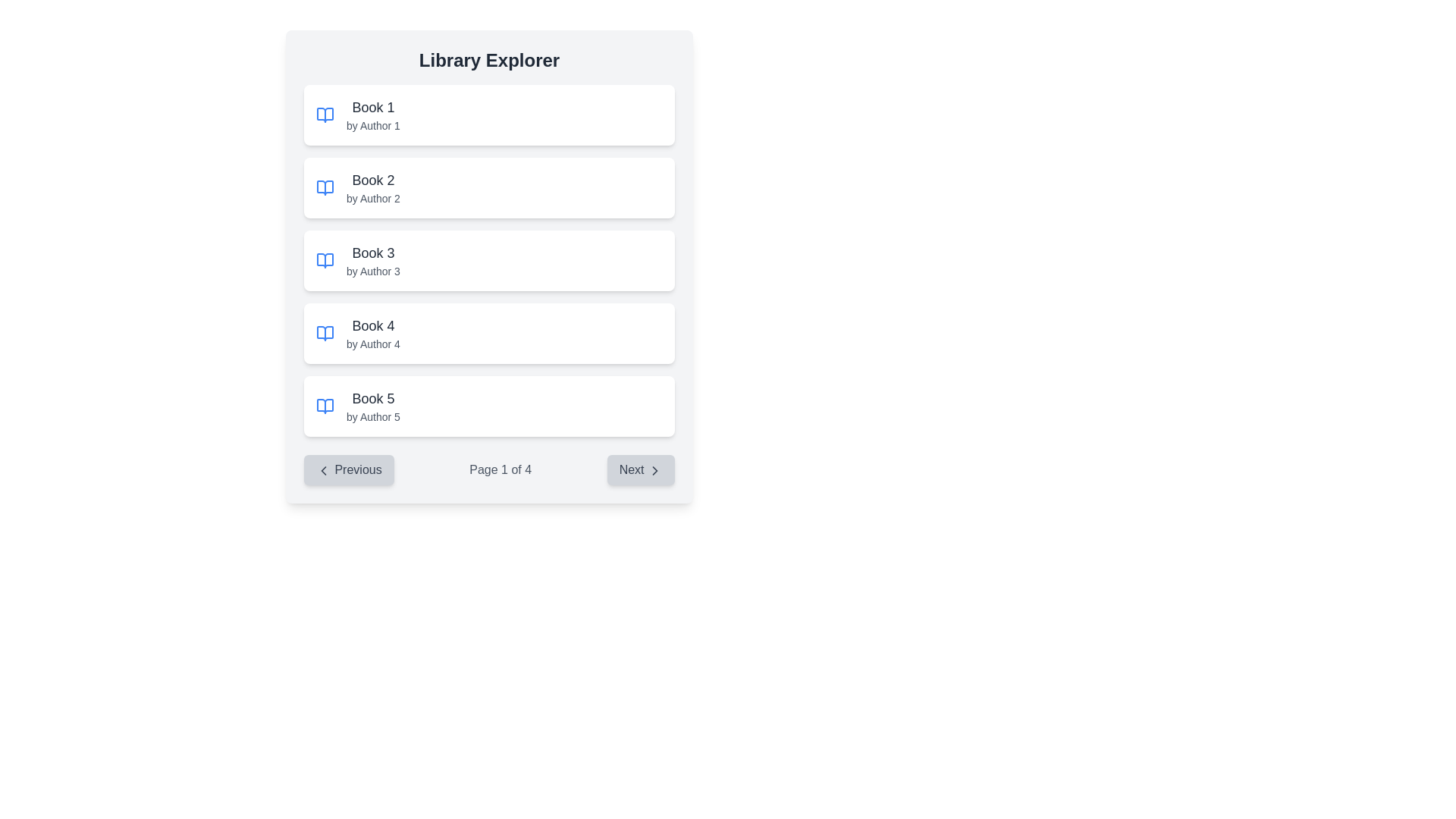  I want to click on the text label displaying 'by Author 2', which is located directly underneath the title 'Book 2' in a vertically stacked list of books, so click(373, 198).